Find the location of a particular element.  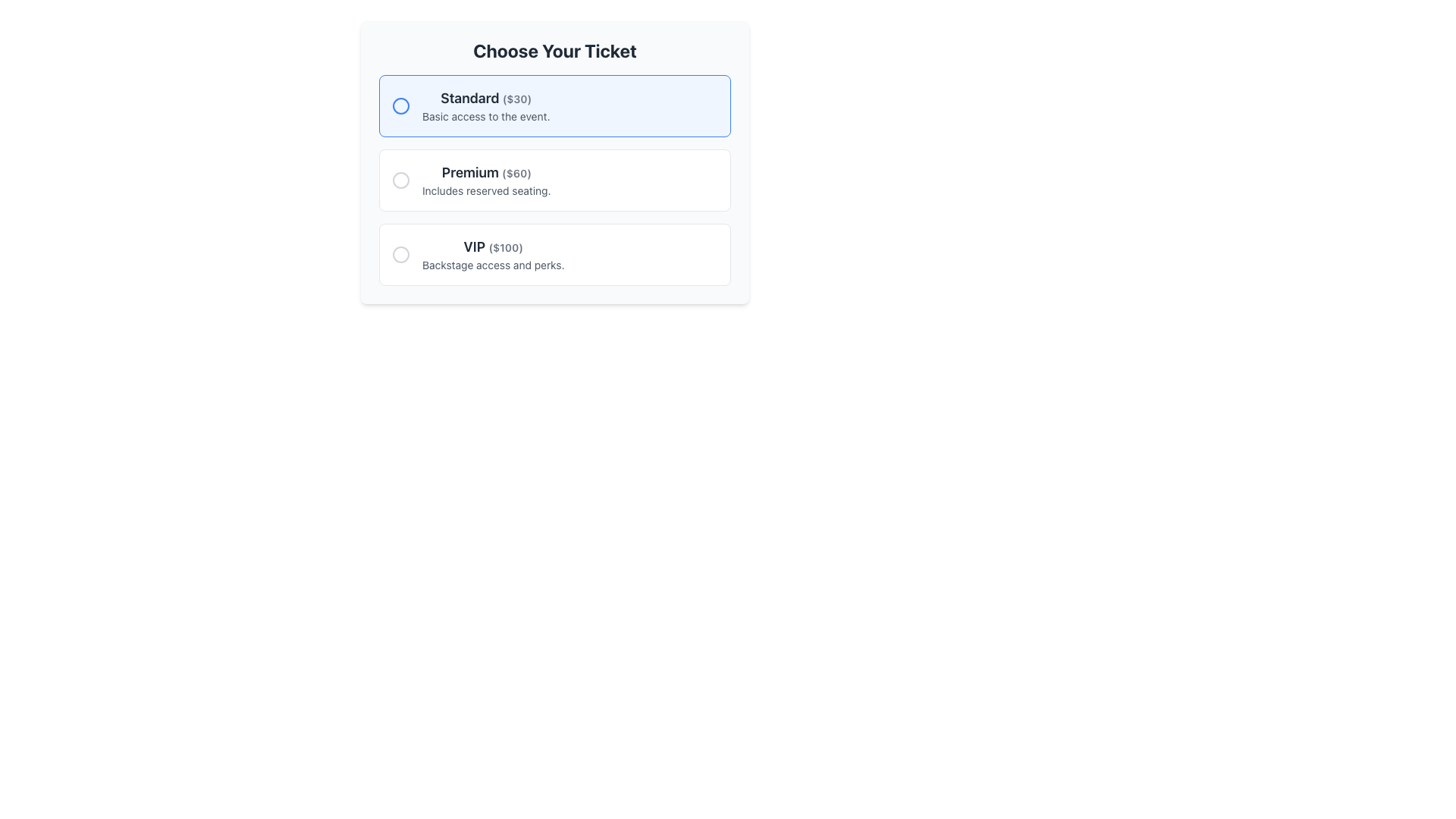

text from the 'Premium' ticket option label, which is the primary header text in the middle section of the ticket selection UI is located at coordinates (486, 171).